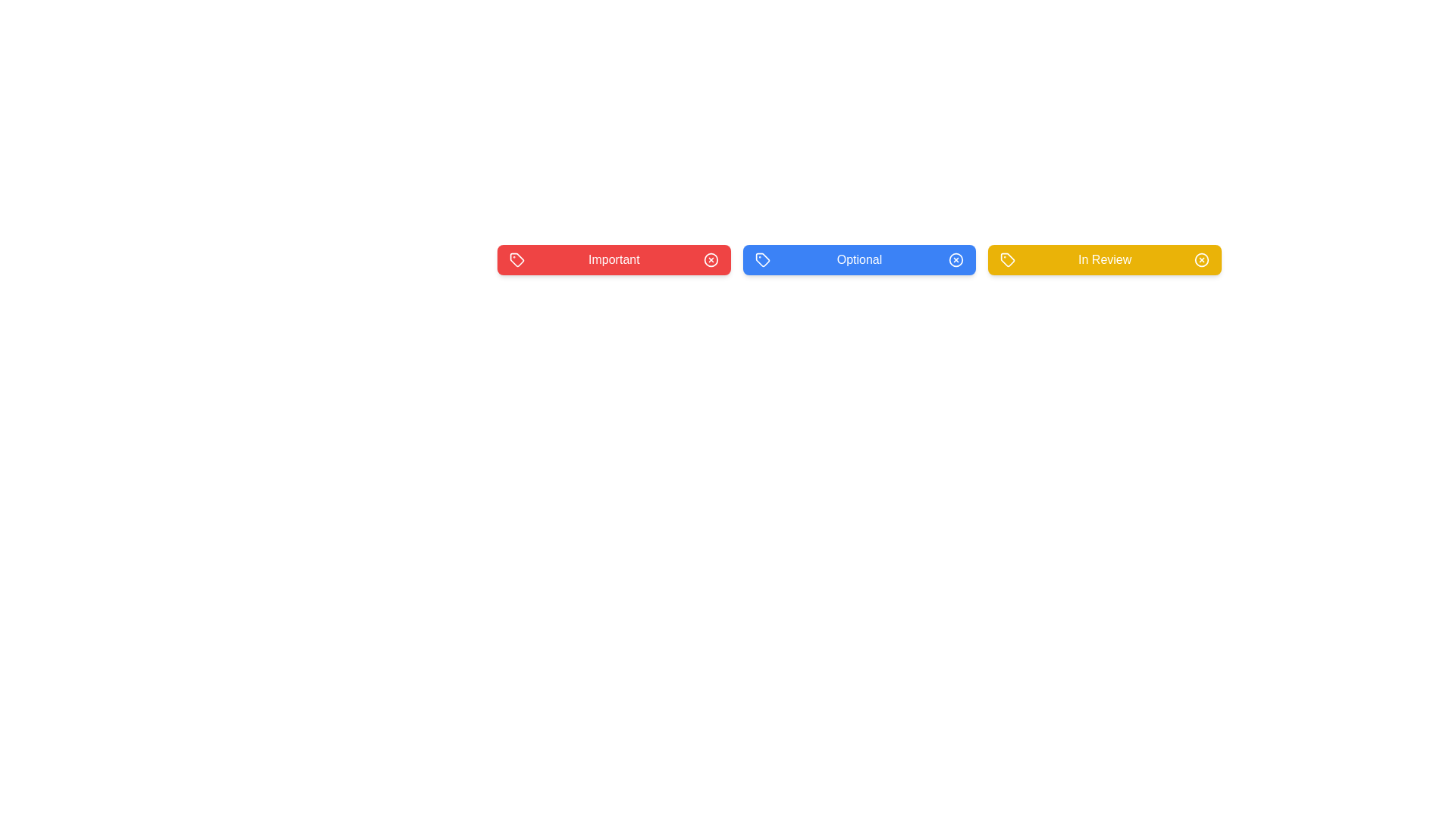 Image resolution: width=1456 pixels, height=819 pixels. What do you see at coordinates (1105, 259) in the screenshot?
I see `the tag labeled 'In Review' to observe its hover effect` at bounding box center [1105, 259].